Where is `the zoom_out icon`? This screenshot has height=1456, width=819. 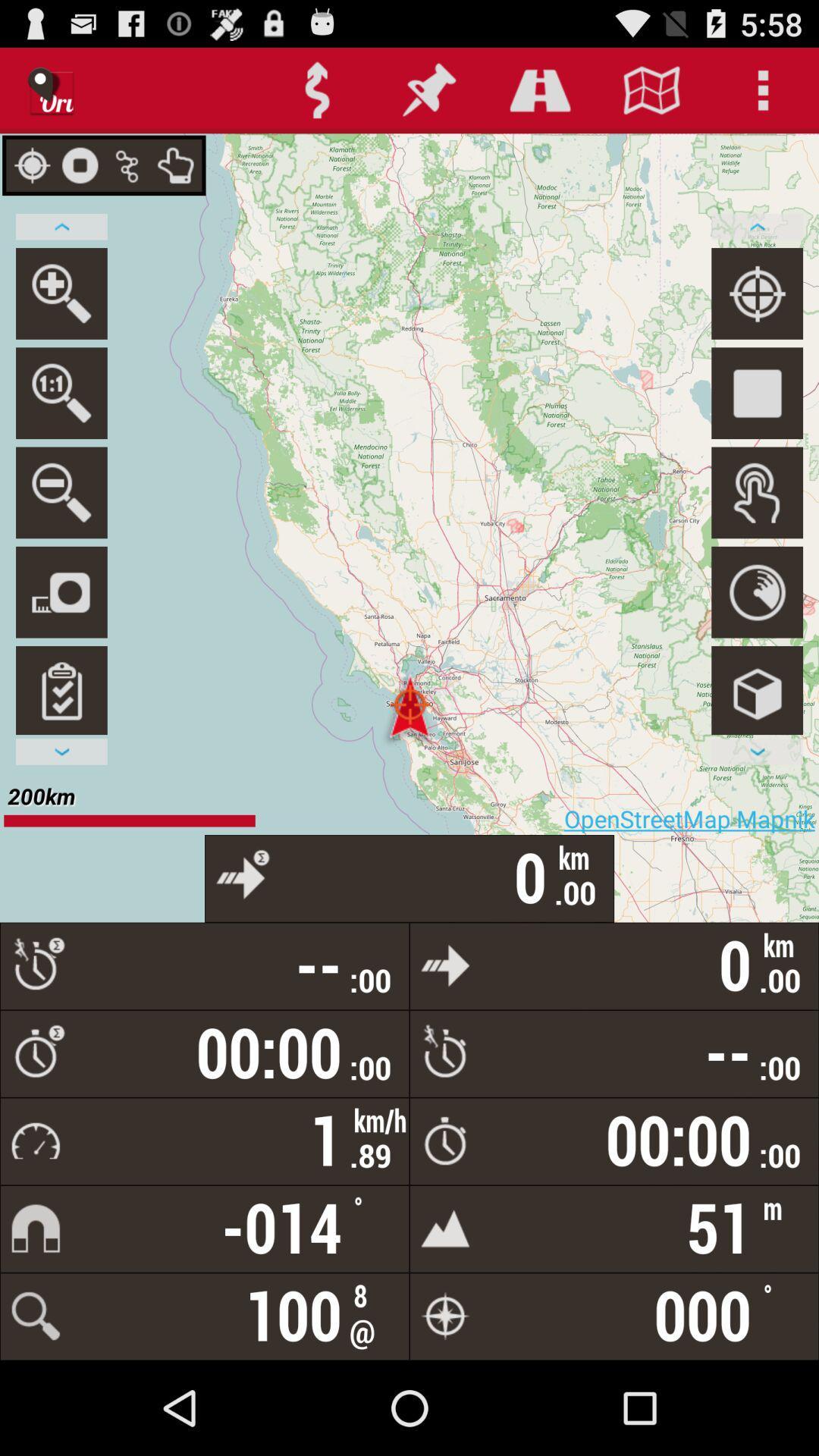
the zoom_out icon is located at coordinates (61, 527).